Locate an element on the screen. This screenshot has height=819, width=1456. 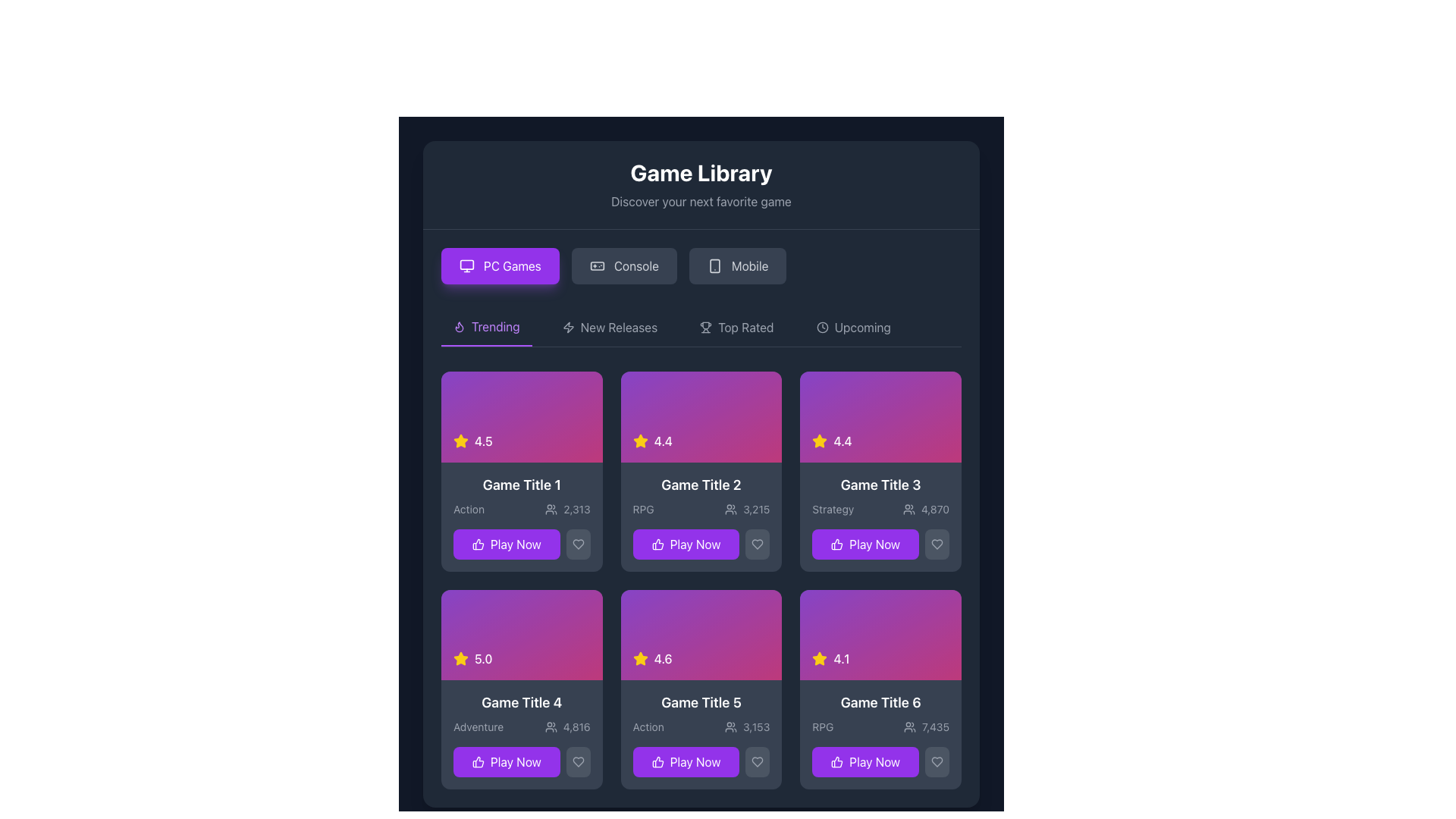
the heart-shaped icon located at the bottom-right corner of the card for 'Game Title 1' is located at coordinates (577, 543).